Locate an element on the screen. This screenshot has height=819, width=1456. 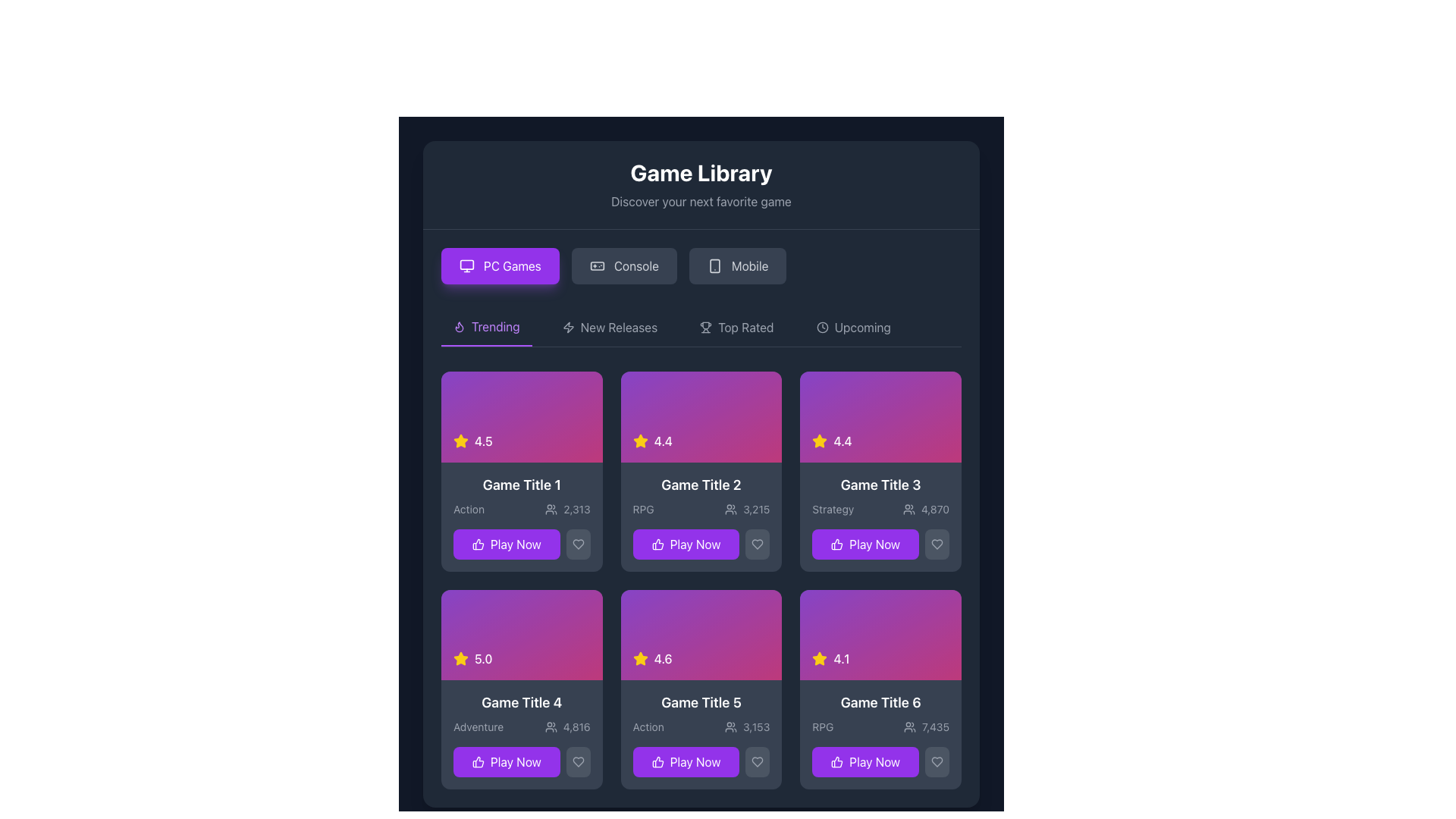
the heart-shaped icon located at the bottom-right corner of the card for 'Game Title 1' is located at coordinates (577, 543).